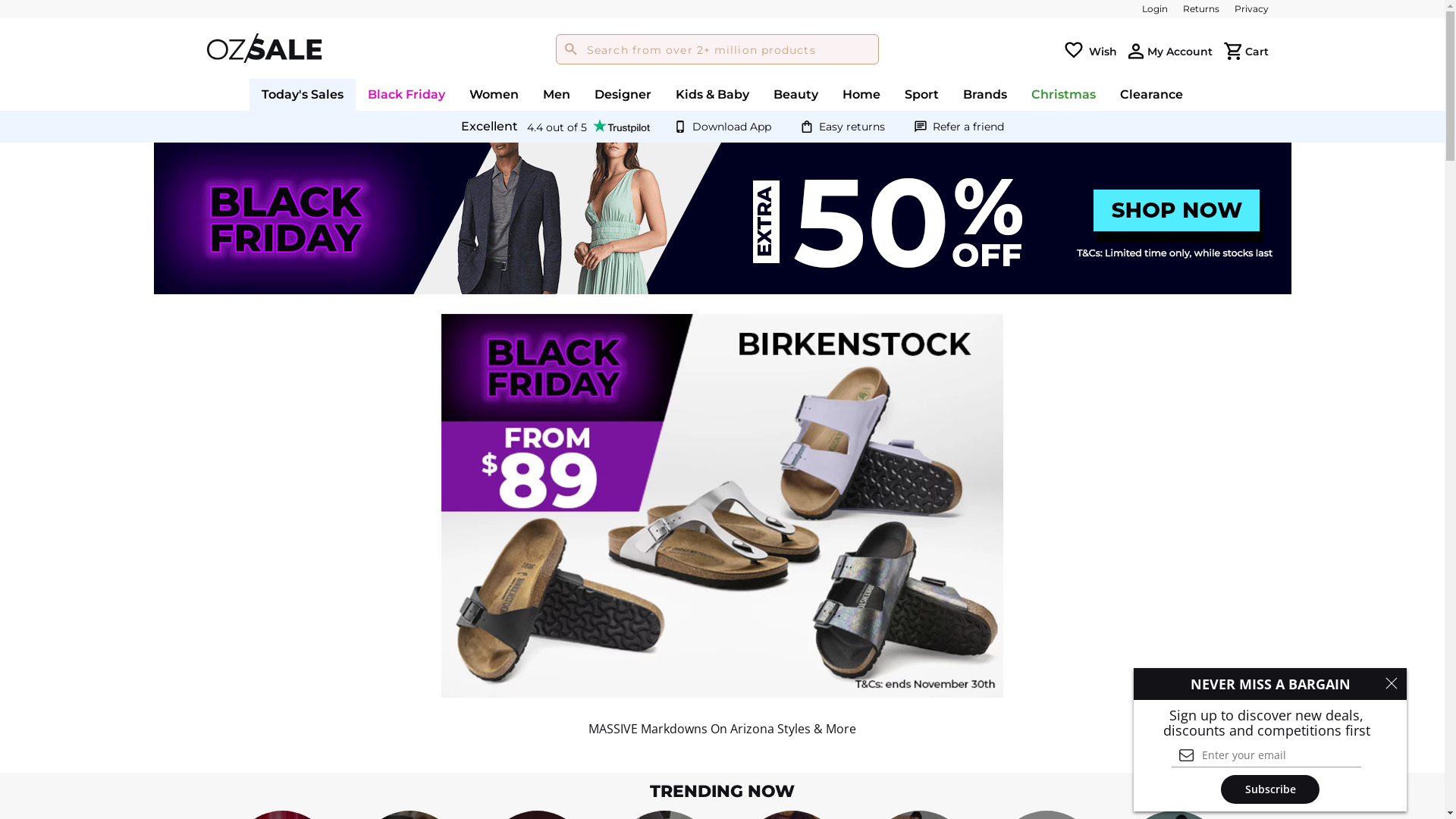 The height and width of the screenshot is (819, 1456). Describe the element at coordinates (1200, 9) in the screenshot. I see `'Returns'` at that location.